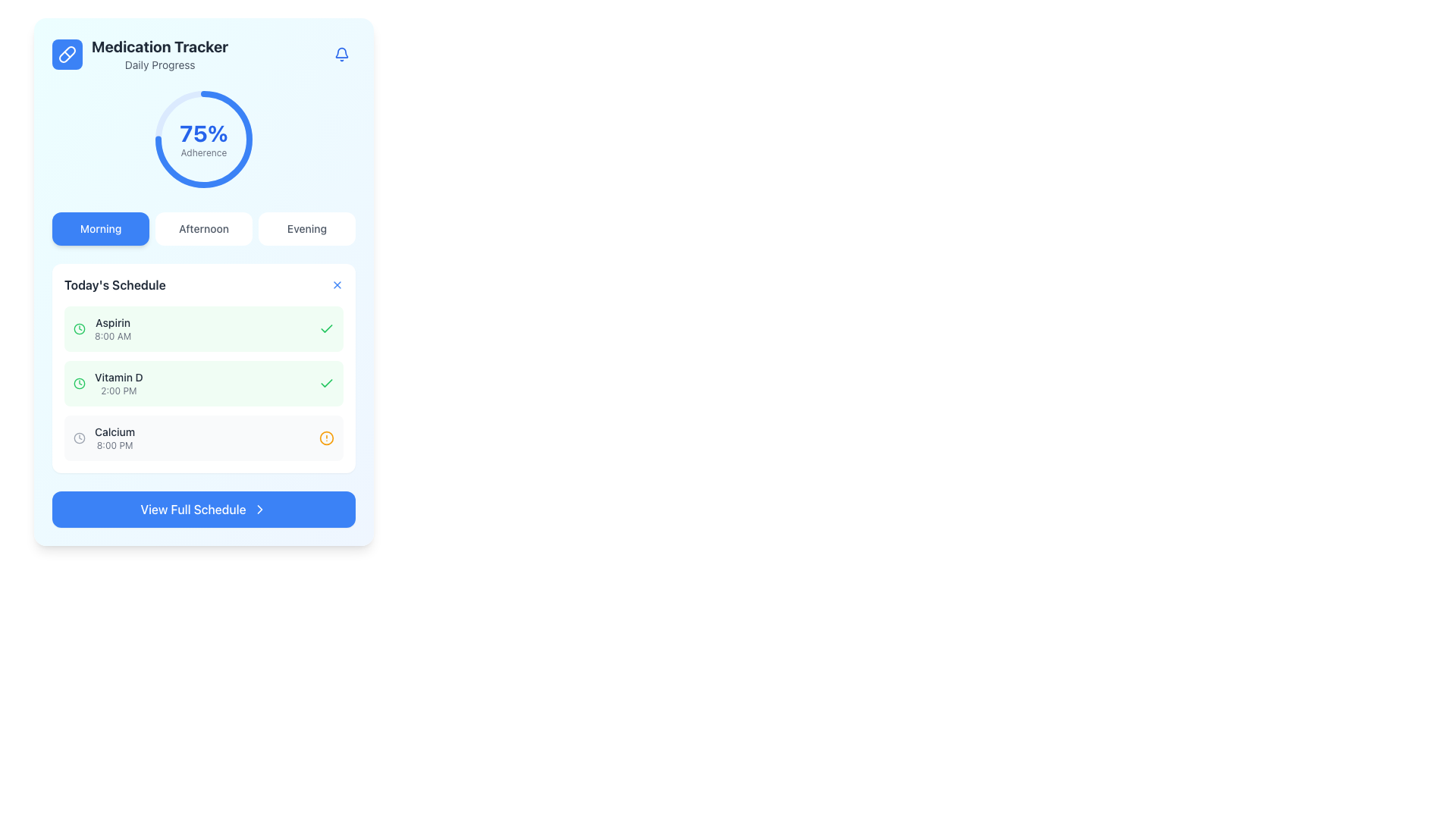 This screenshot has height=819, width=1456. What do you see at coordinates (202, 382) in the screenshot?
I see `the 'Vitamin D' list item card, which is the second item` at bounding box center [202, 382].